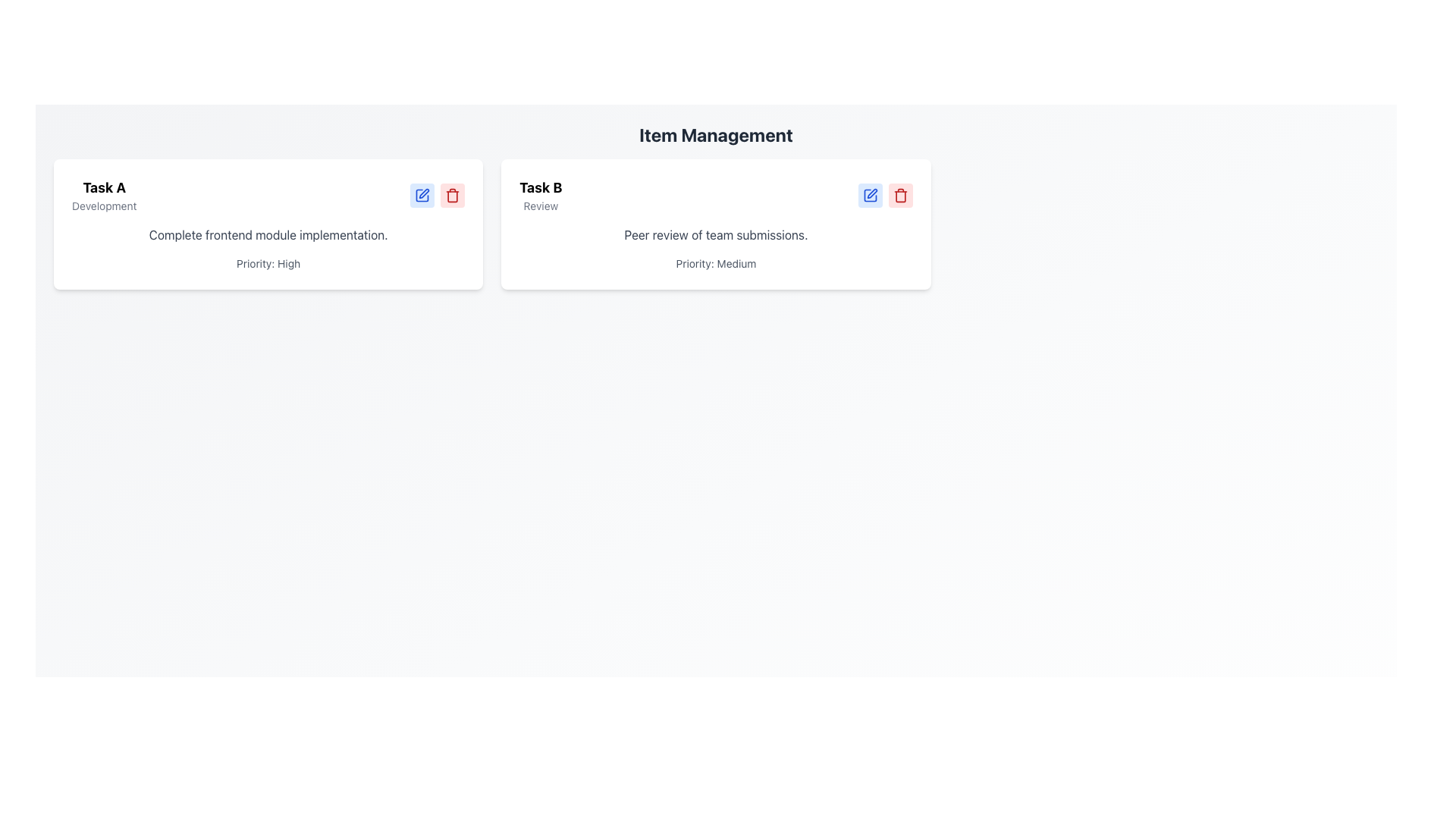  What do you see at coordinates (885, 195) in the screenshot?
I see `the Button Group containing the blue 'pen inside a square' icon and the red 'trash bin' icon` at bounding box center [885, 195].